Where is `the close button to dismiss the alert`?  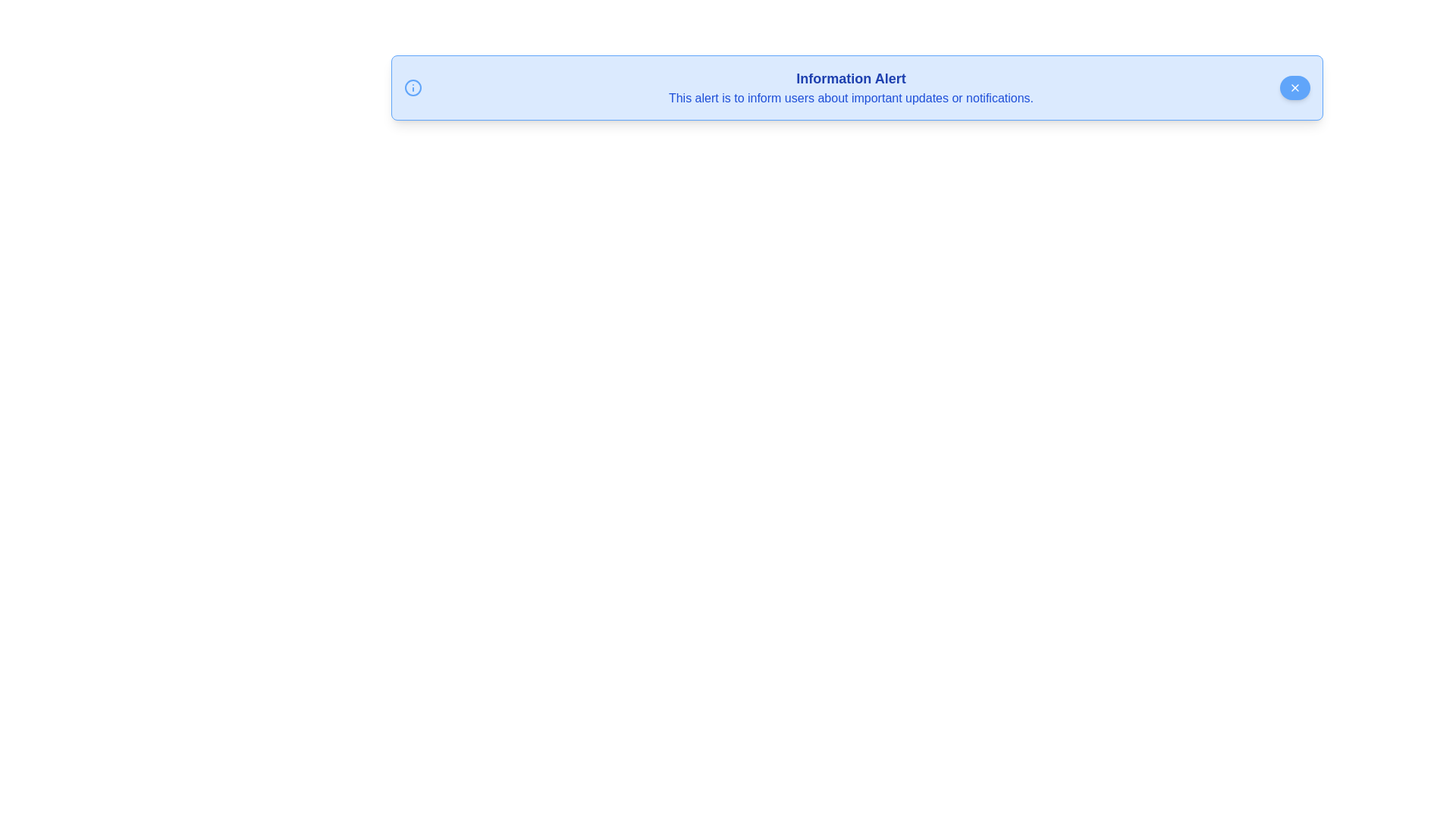
the close button to dismiss the alert is located at coordinates (1294, 87).